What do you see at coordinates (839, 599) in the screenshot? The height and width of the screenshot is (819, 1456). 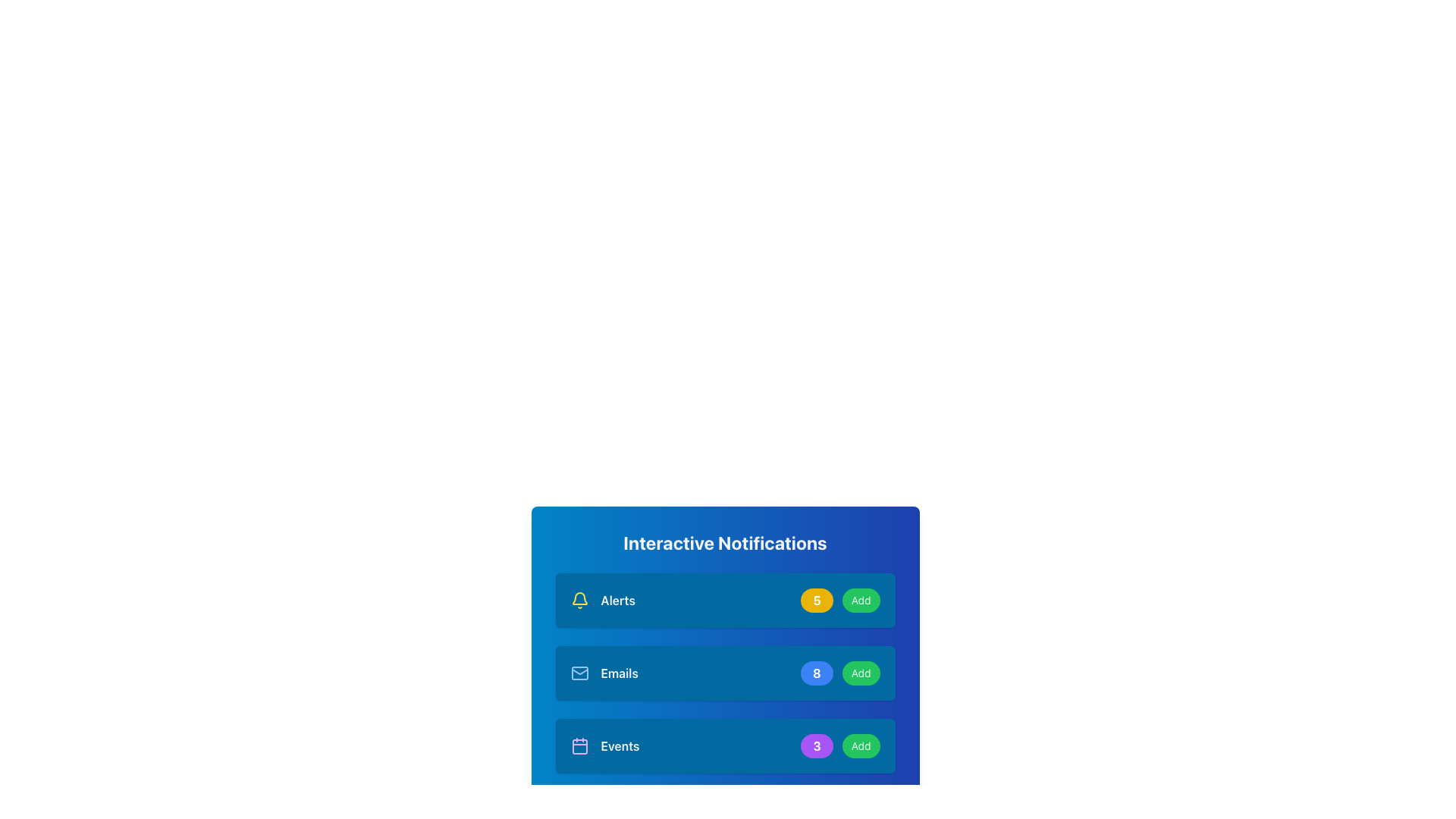 I see `badge displaying the number of current alerts ('5') in the Composite element located in the top section of the 'Interactive Notifications' interface` at bounding box center [839, 599].